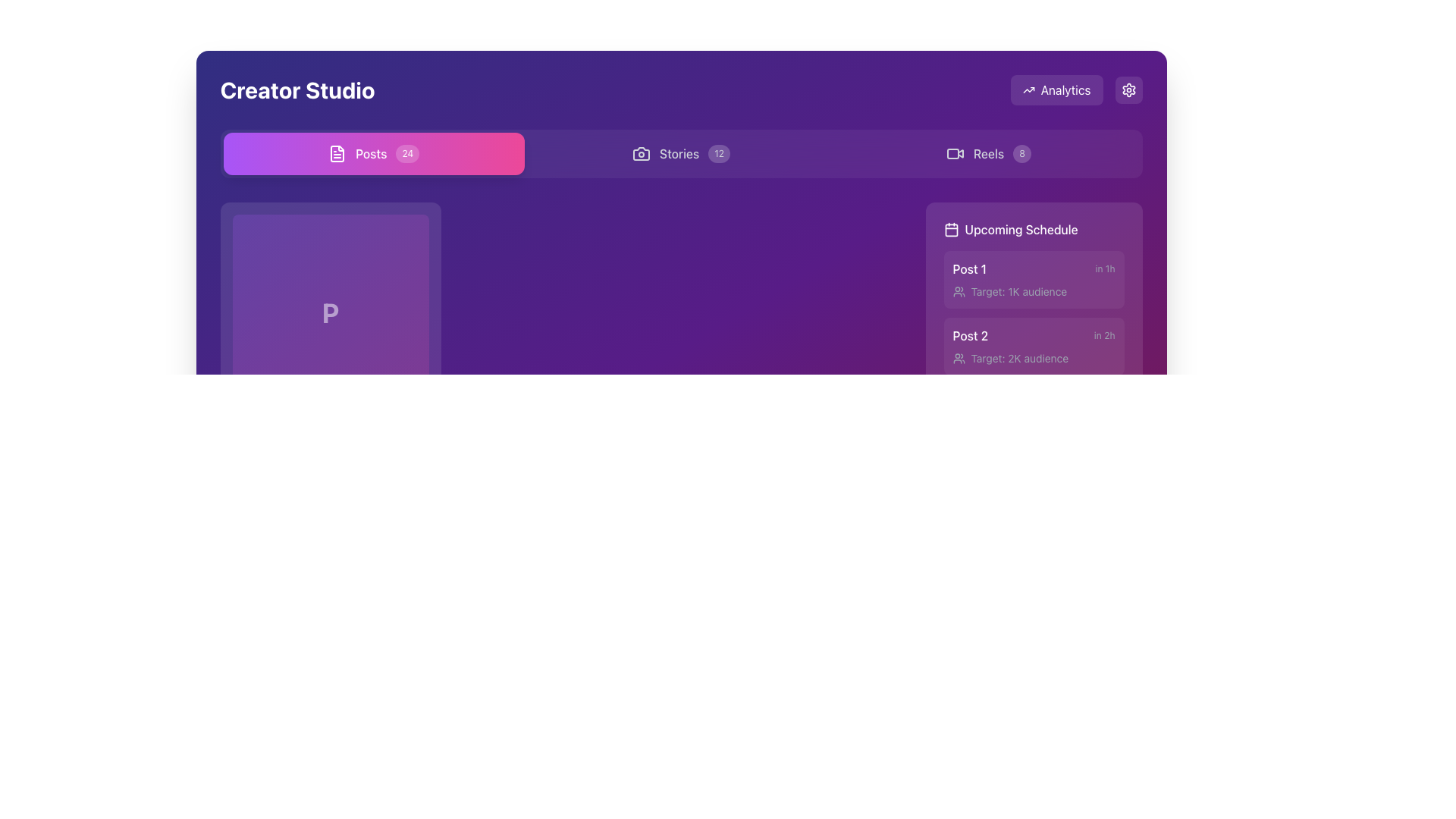  I want to click on the settings icon button located in the top-right corner of the interface, so click(1128, 90).